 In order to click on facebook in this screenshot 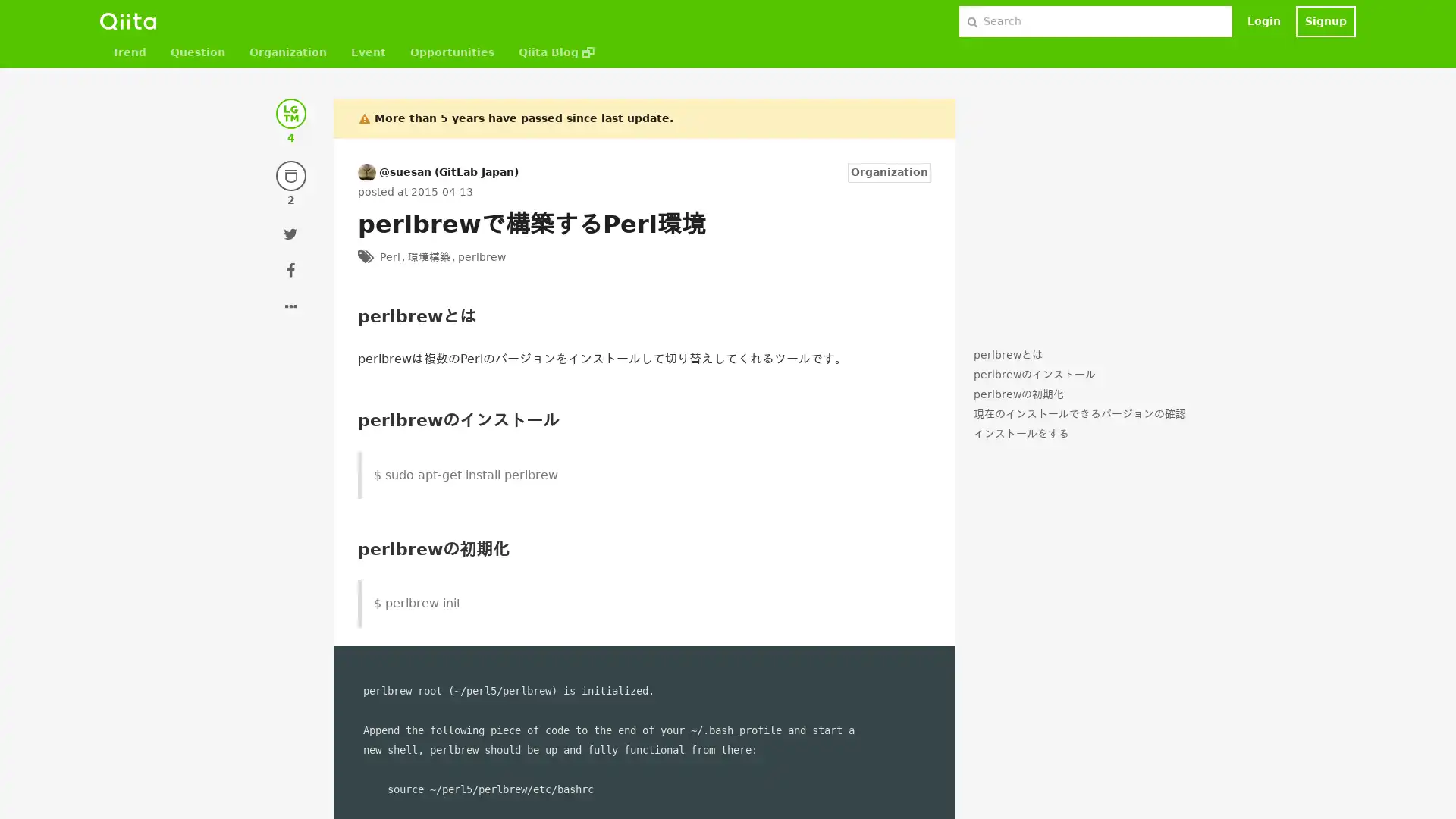, I will do `click(291, 268)`.